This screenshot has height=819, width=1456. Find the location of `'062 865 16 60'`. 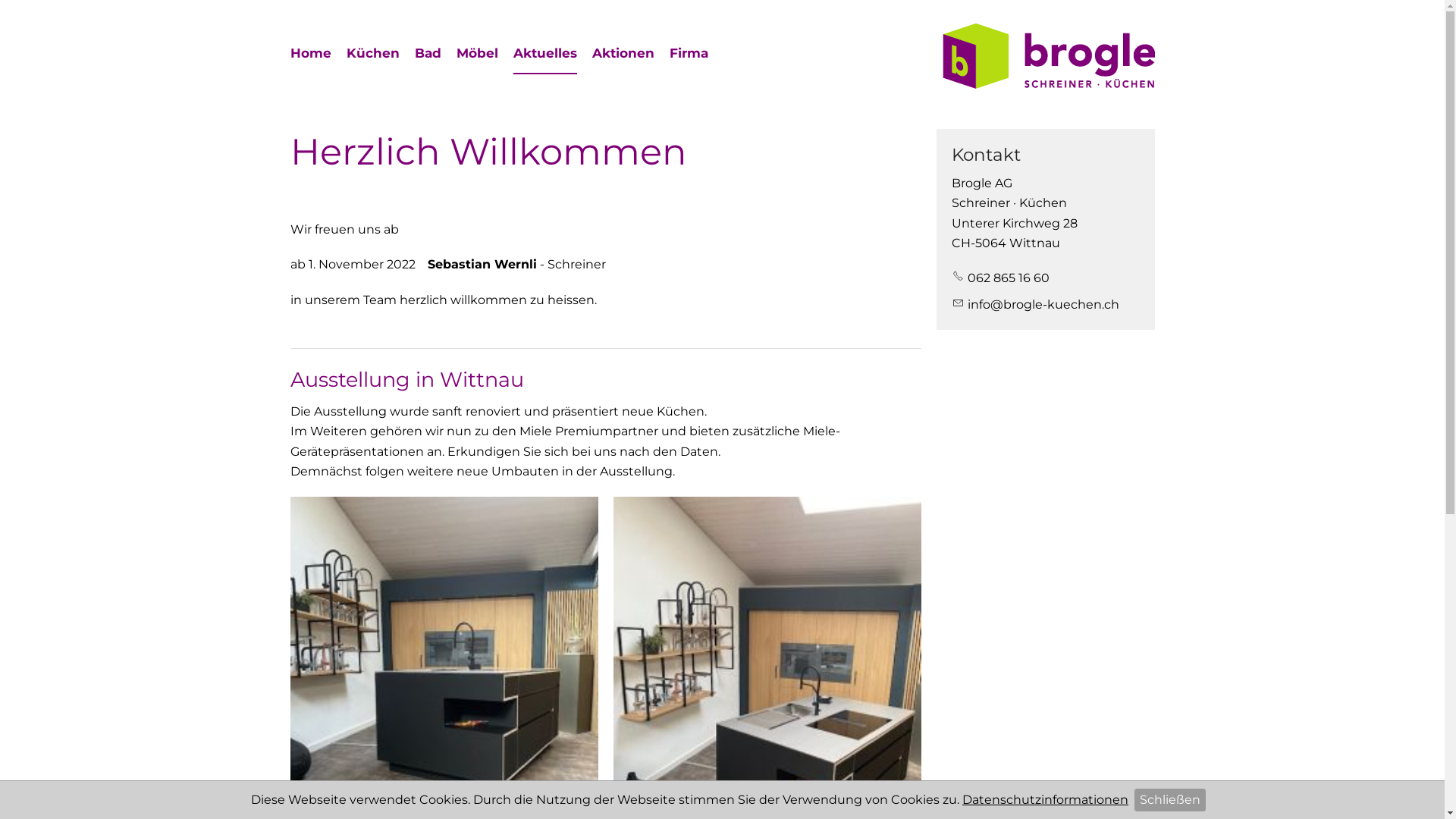

'062 865 16 60' is located at coordinates (1000, 278).